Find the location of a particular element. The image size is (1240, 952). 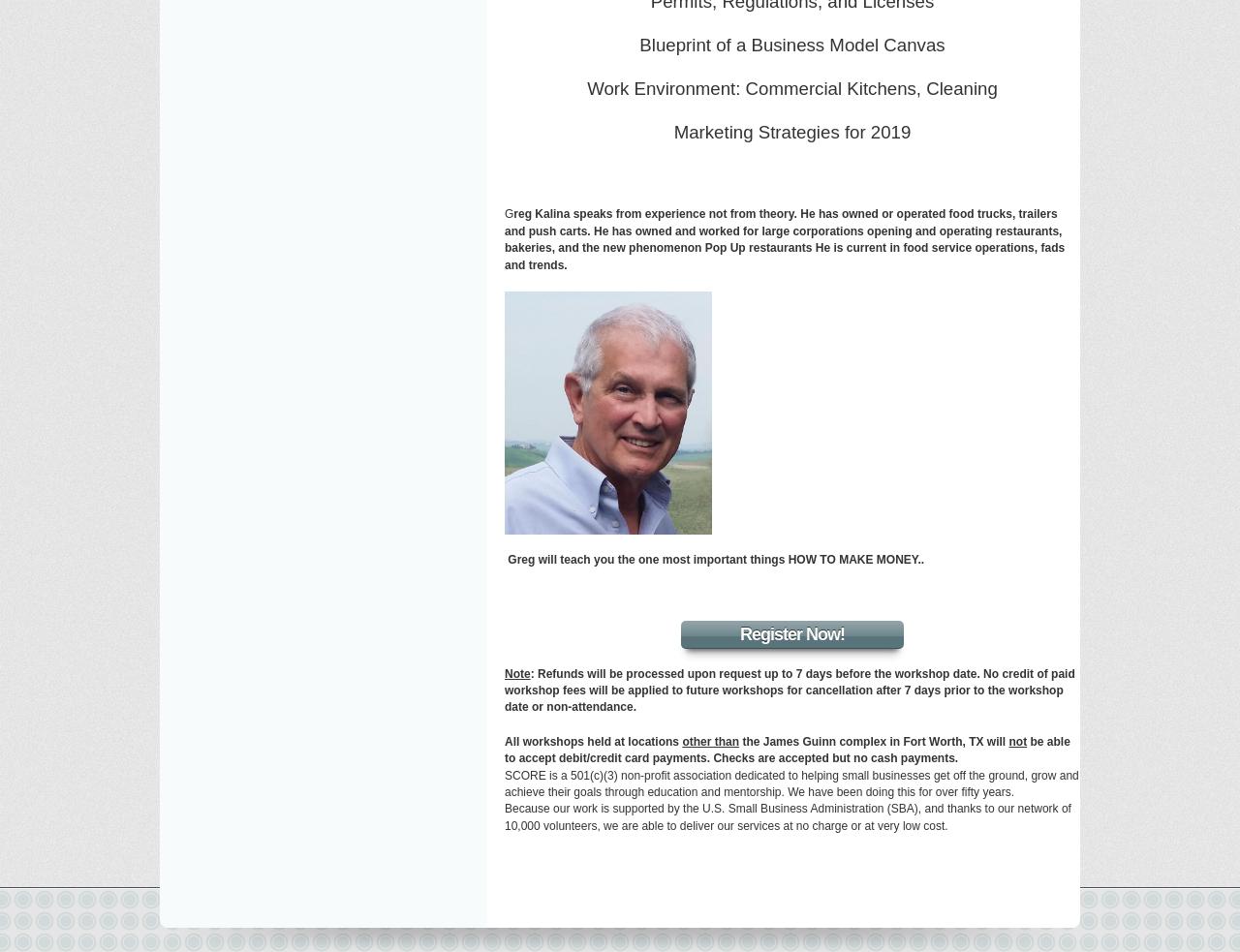

'All workshops held at locations' is located at coordinates (592, 739).